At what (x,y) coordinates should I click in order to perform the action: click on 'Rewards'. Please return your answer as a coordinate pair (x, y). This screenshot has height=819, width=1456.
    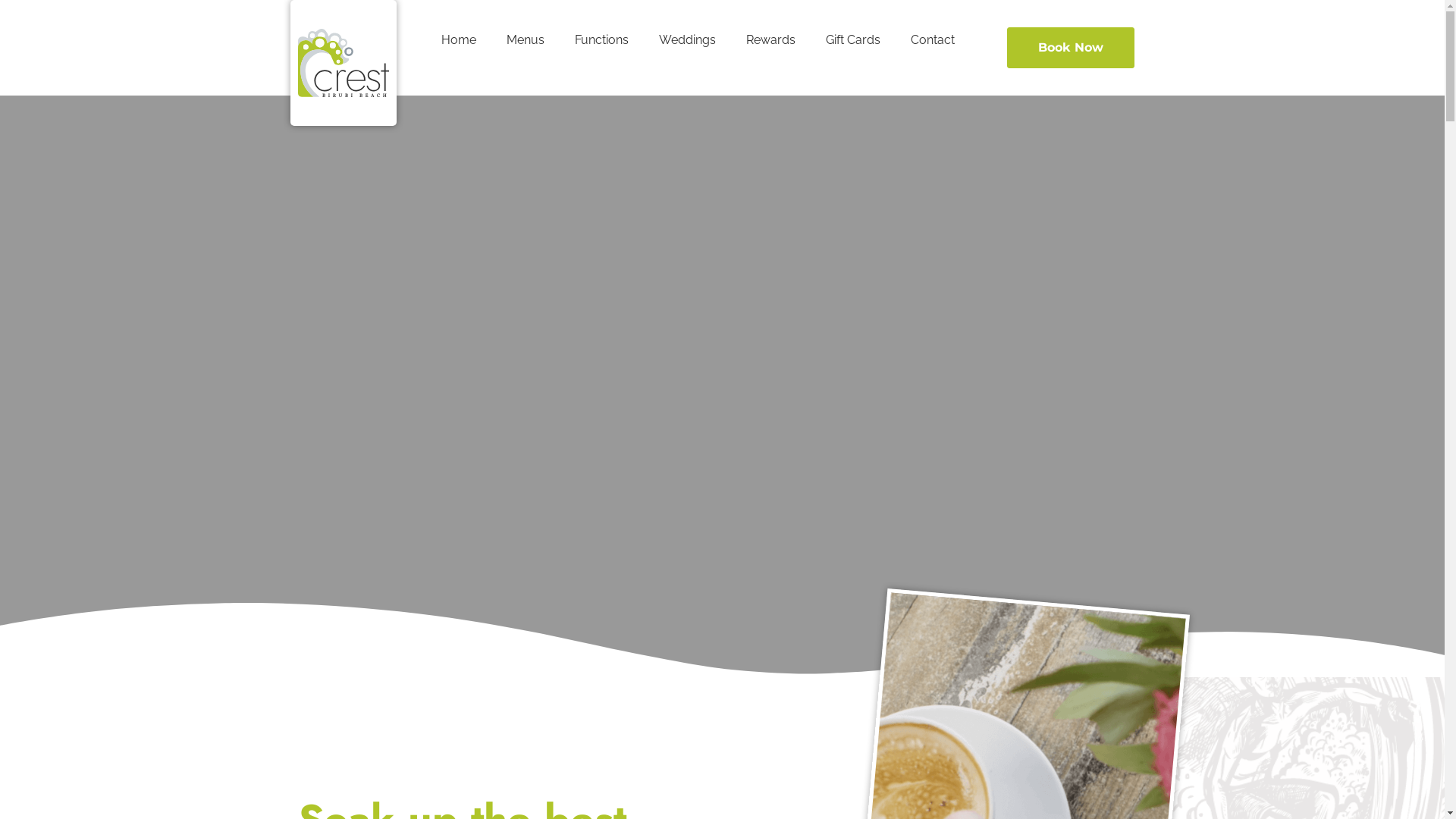
    Looking at the image, I should click on (770, 39).